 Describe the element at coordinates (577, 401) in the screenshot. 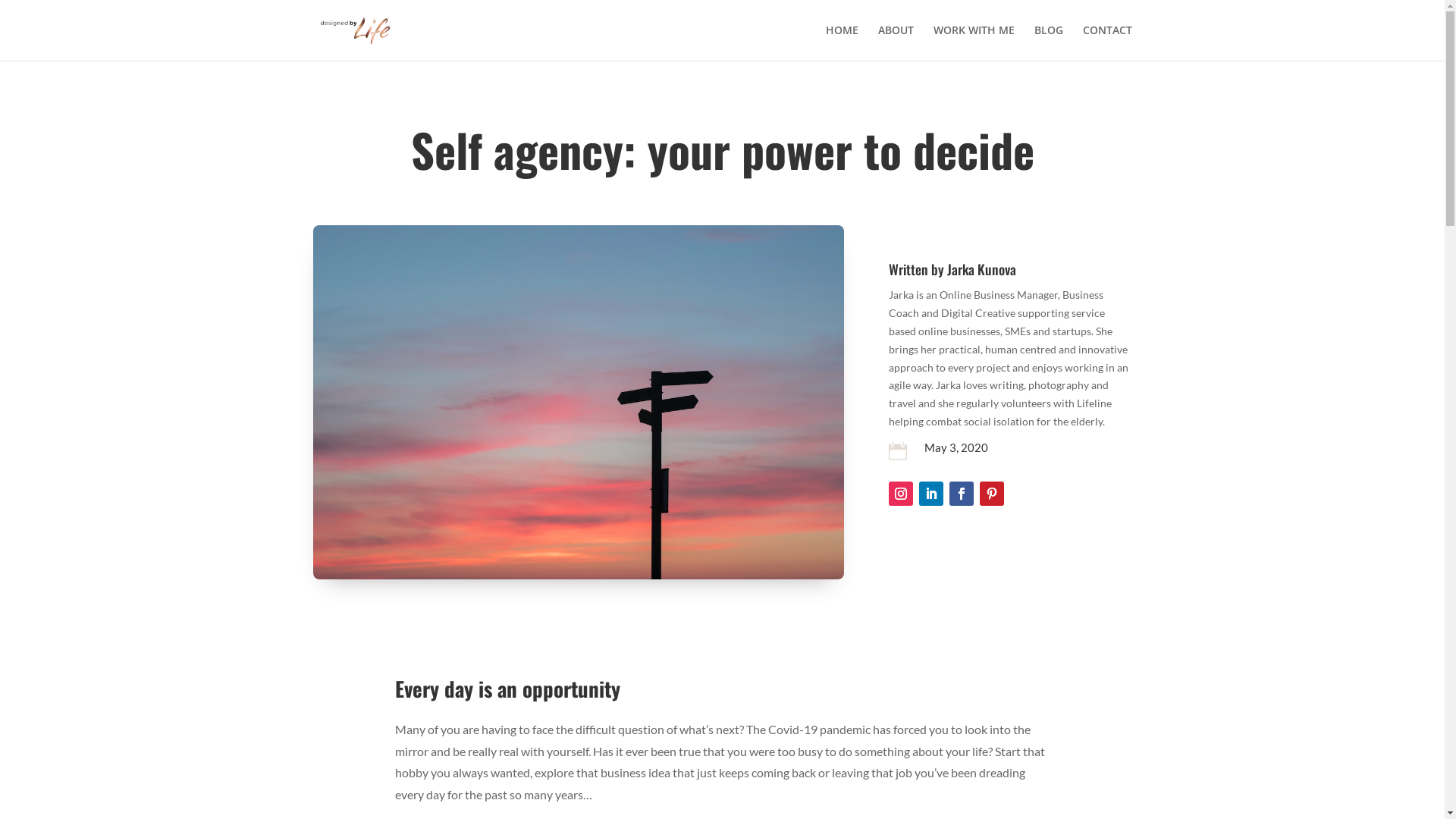

I see `'decisions'` at that location.